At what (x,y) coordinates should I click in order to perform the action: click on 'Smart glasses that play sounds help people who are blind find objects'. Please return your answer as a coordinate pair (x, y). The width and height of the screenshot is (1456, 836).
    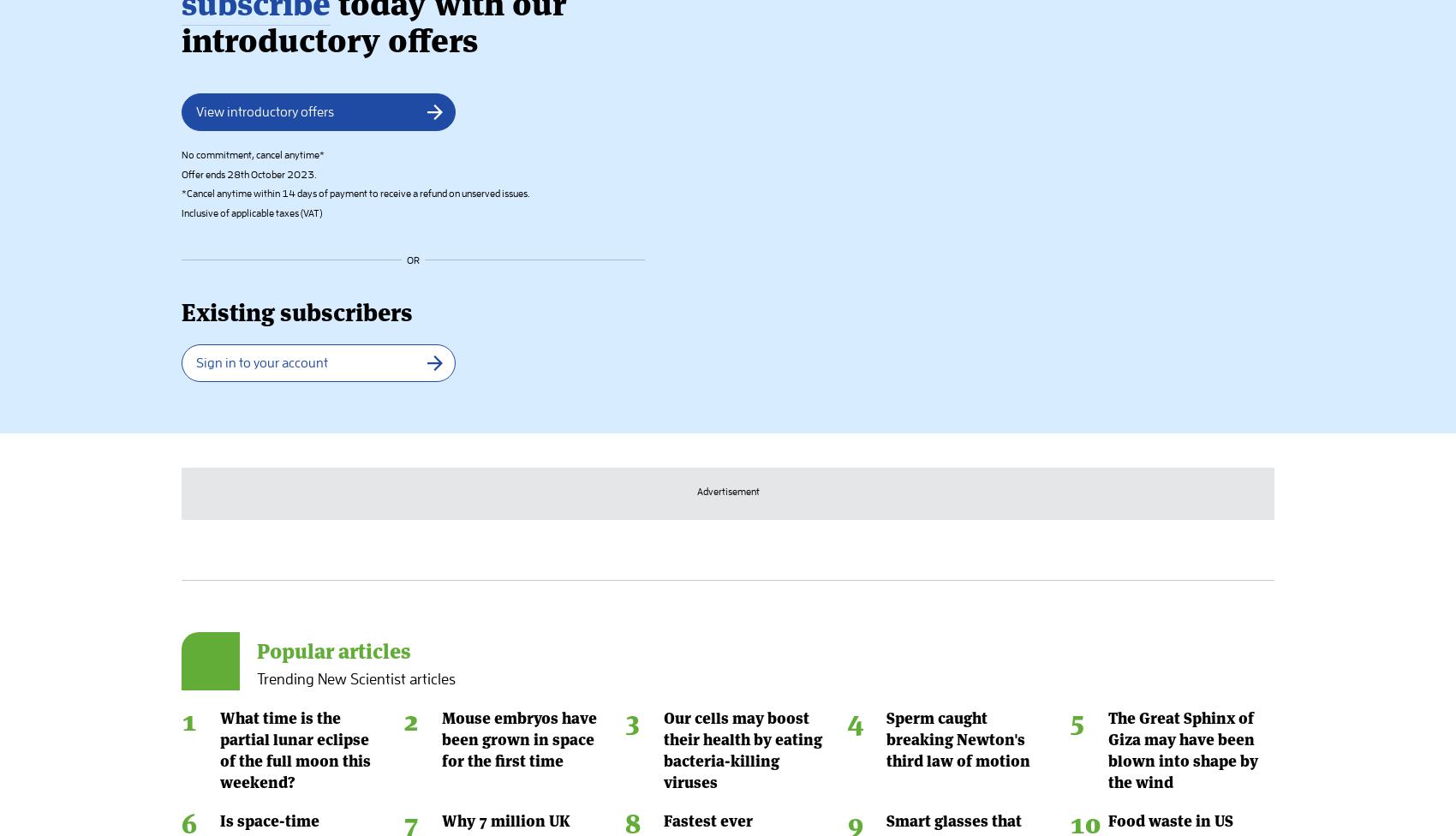
    Looking at the image, I should click on (964, 183).